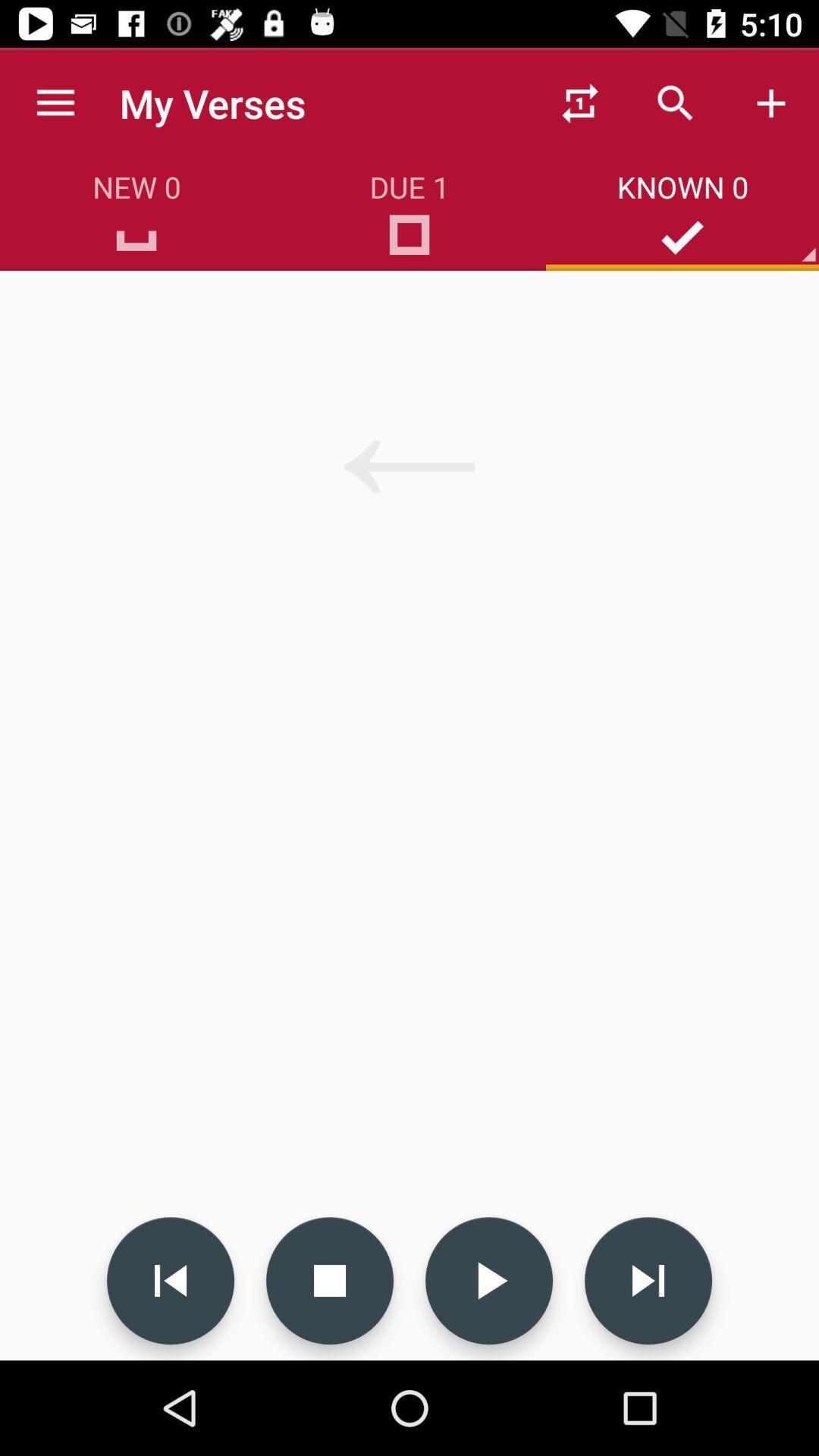 This screenshot has width=819, height=1456. What do you see at coordinates (488, 1280) in the screenshot?
I see `the play icon` at bounding box center [488, 1280].